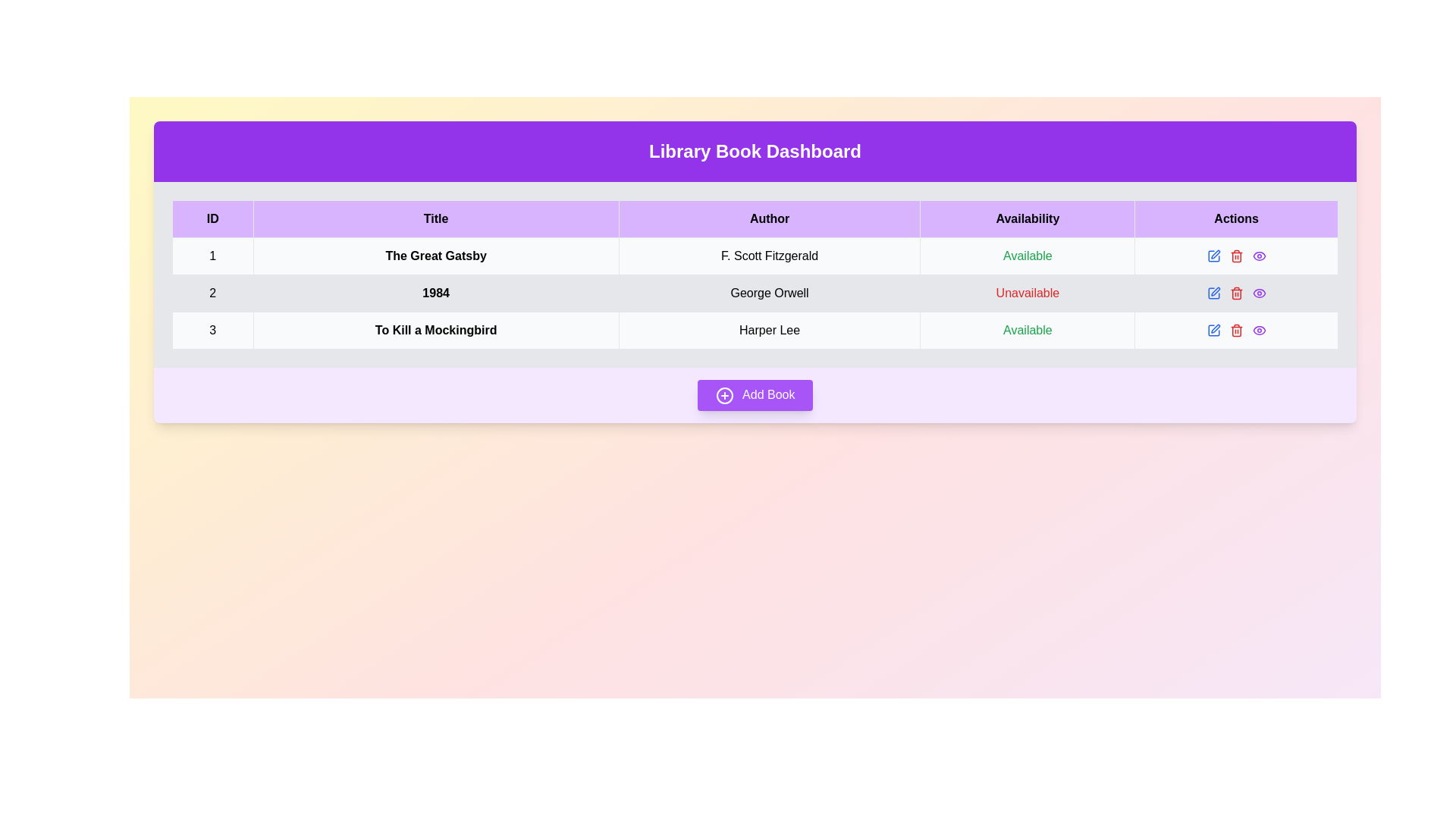  Describe the element at coordinates (1259, 256) in the screenshot. I see `the eye-shaped icon filled with purple color` at that location.